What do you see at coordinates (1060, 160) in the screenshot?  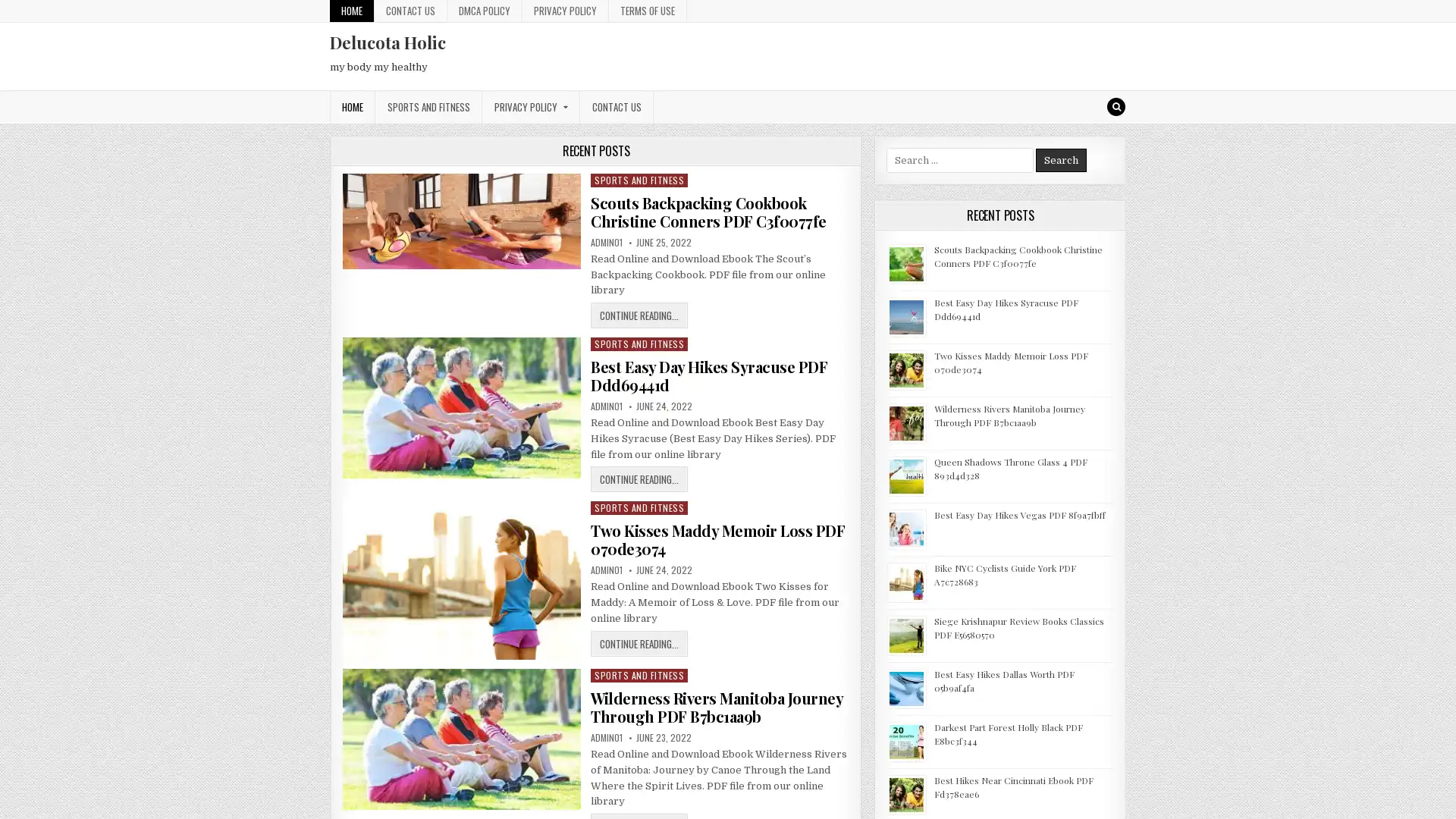 I see `Search` at bounding box center [1060, 160].